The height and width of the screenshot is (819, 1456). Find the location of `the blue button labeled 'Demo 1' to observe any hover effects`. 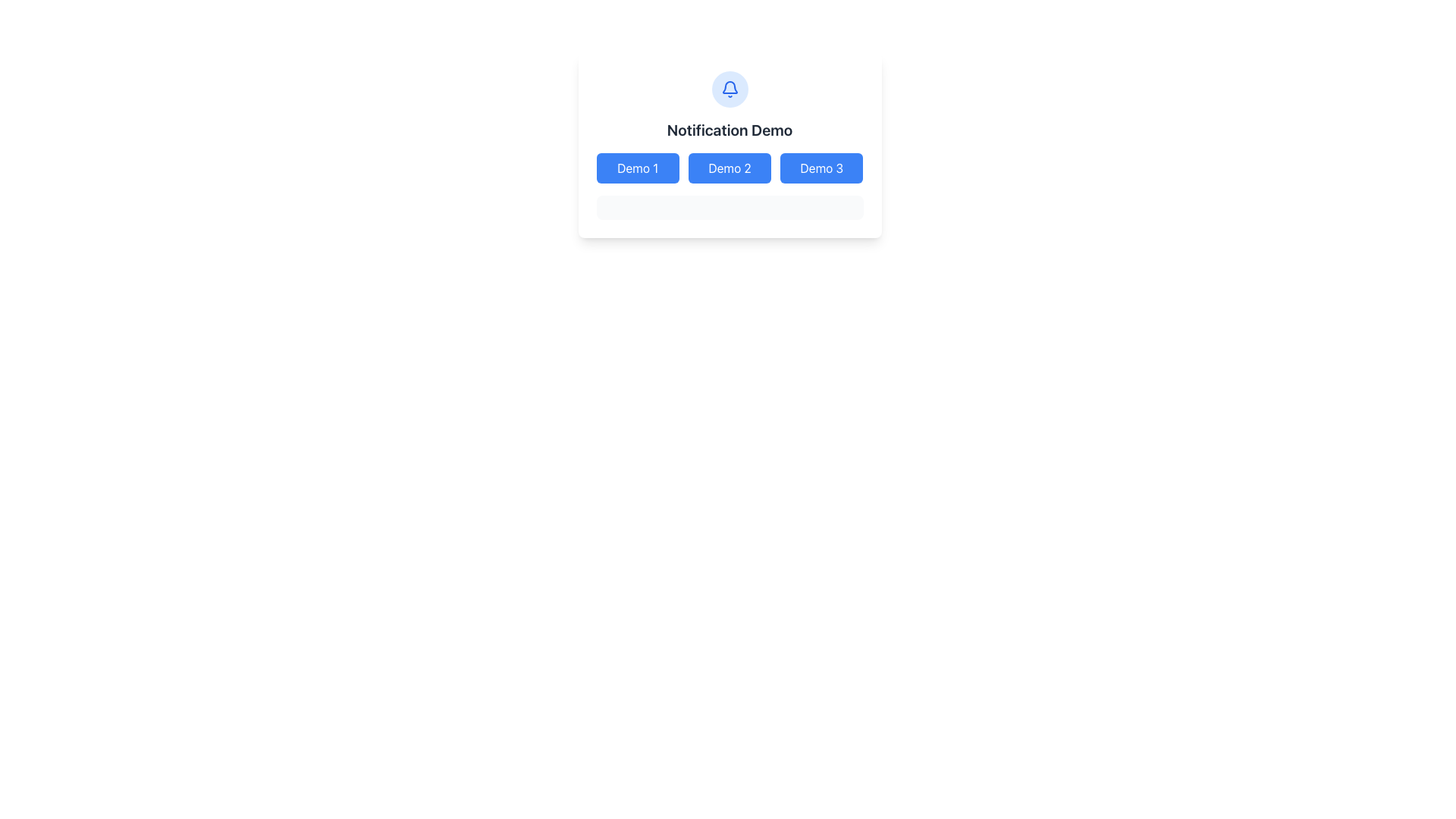

the blue button labeled 'Demo 1' to observe any hover effects is located at coordinates (638, 168).